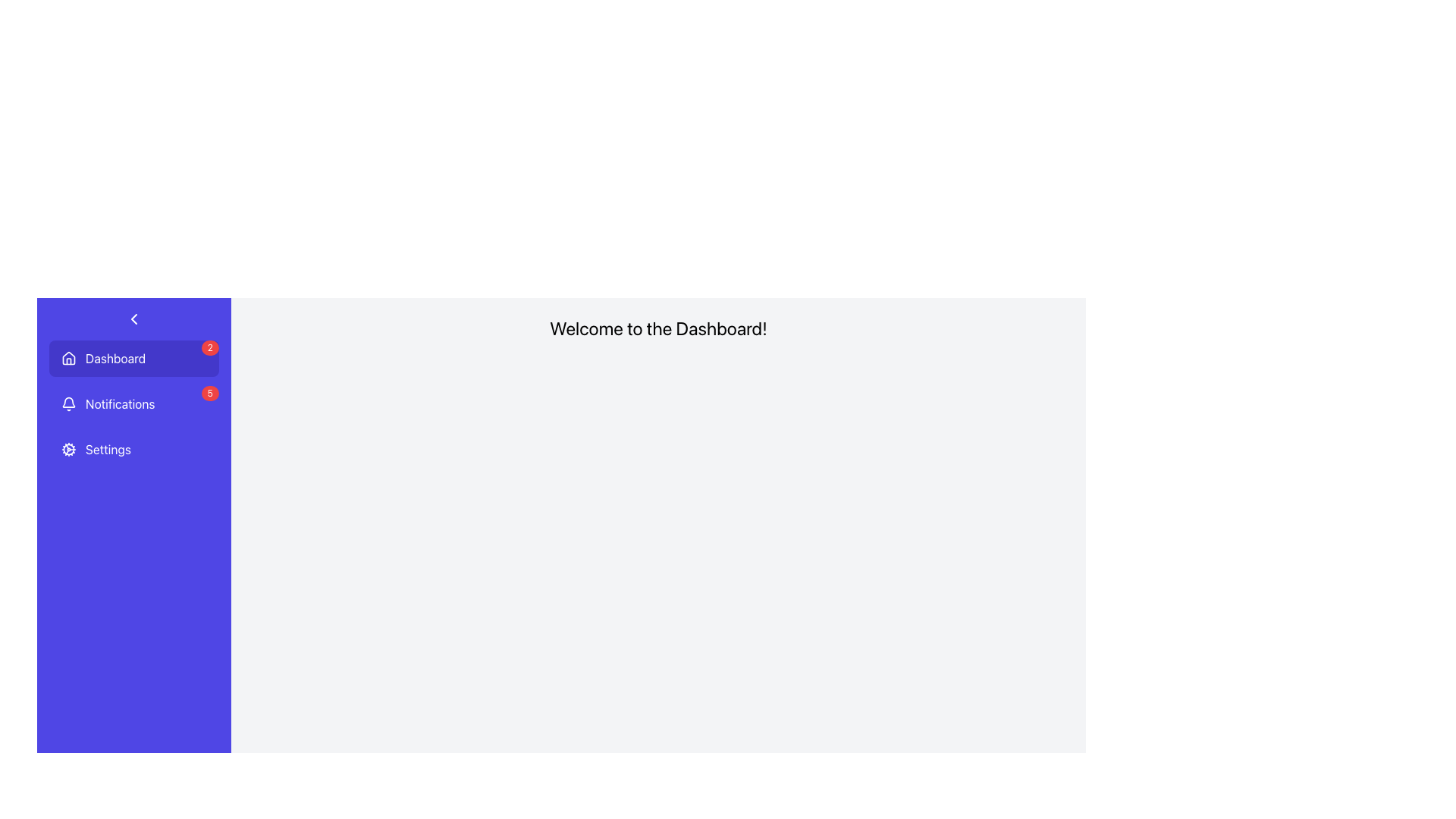 The width and height of the screenshot is (1456, 819). What do you see at coordinates (134, 359) in the screenshot?
I see `the first Navigation Item in the vertical menu list on the left side of the interface` at bounding box center [134, 359].